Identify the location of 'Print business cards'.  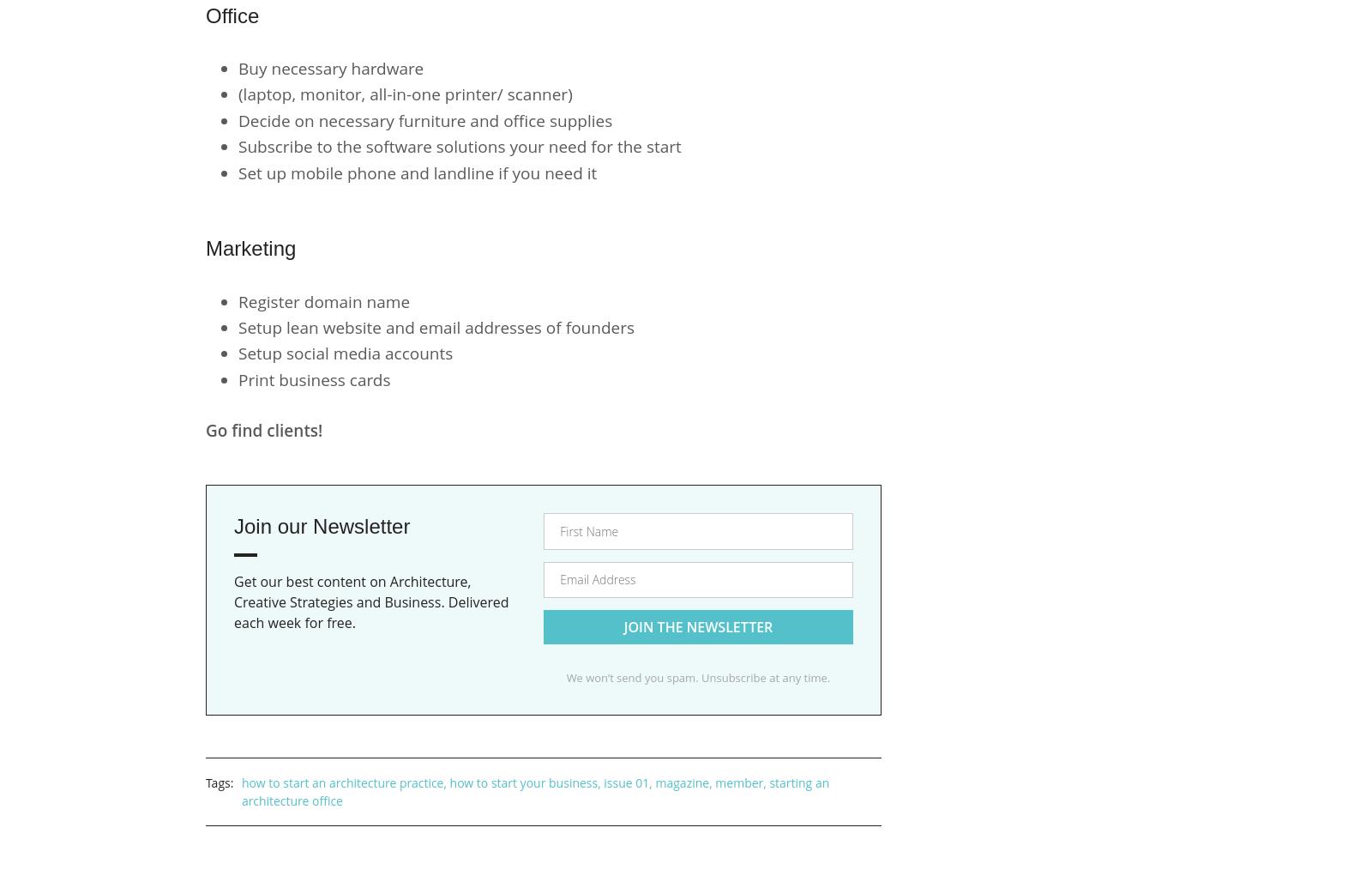
(314, 379).